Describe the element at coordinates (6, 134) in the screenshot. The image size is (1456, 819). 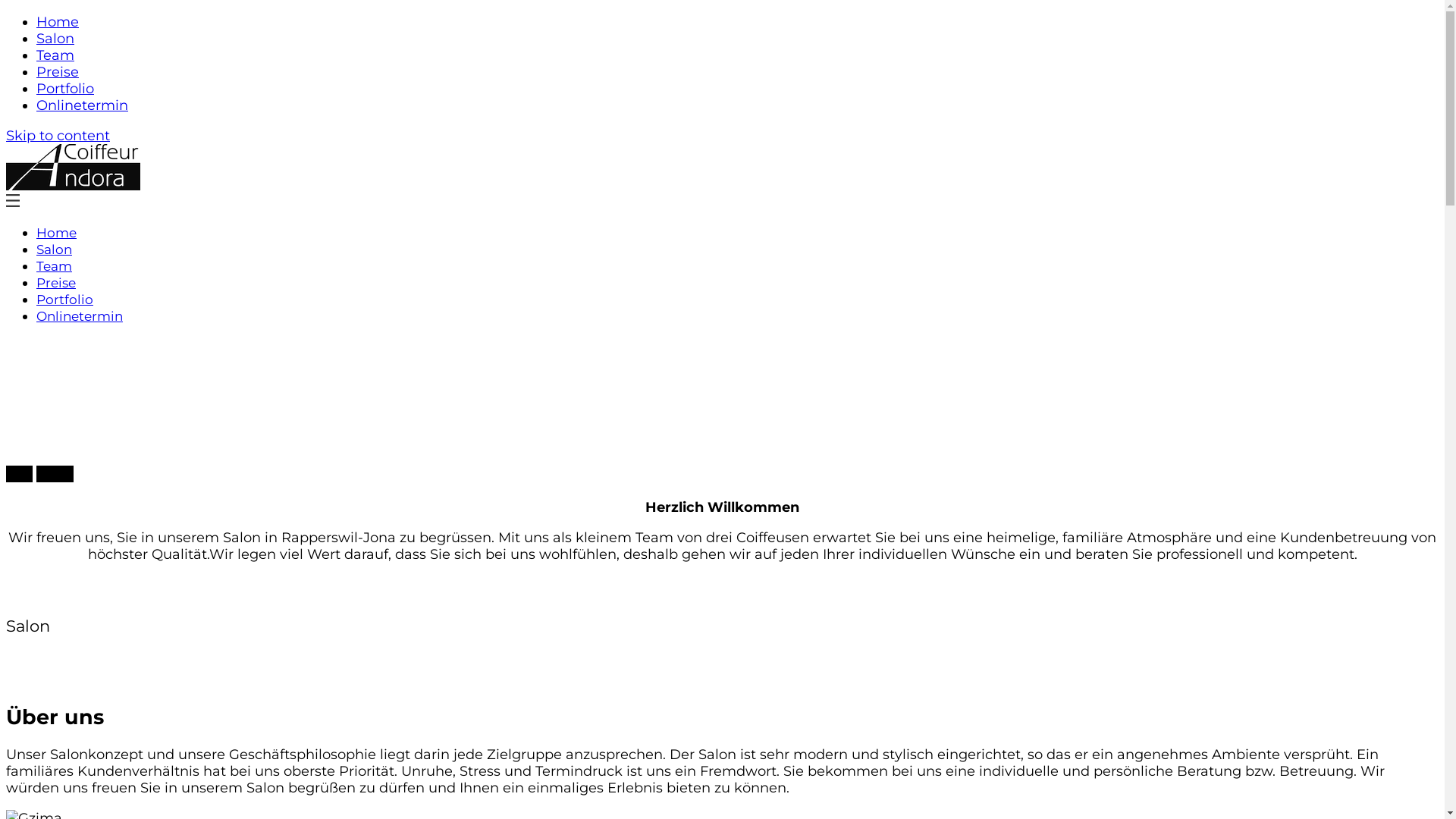
I see `'Skip to content'` at that location.